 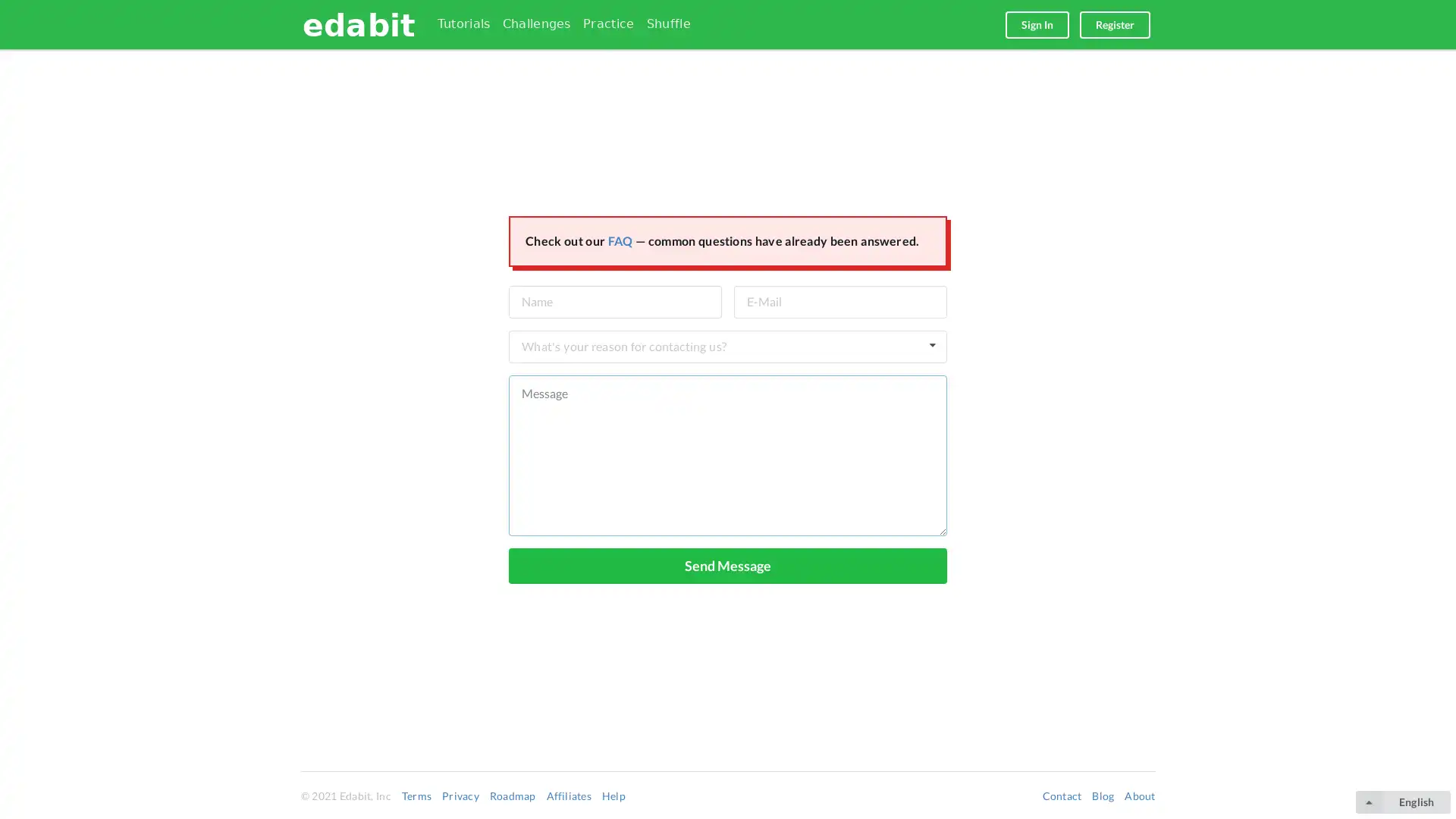 What do you see at coordinates (1036, 24) in the screenshot?
I see `Sign In` at bounding box center [1036, 24].